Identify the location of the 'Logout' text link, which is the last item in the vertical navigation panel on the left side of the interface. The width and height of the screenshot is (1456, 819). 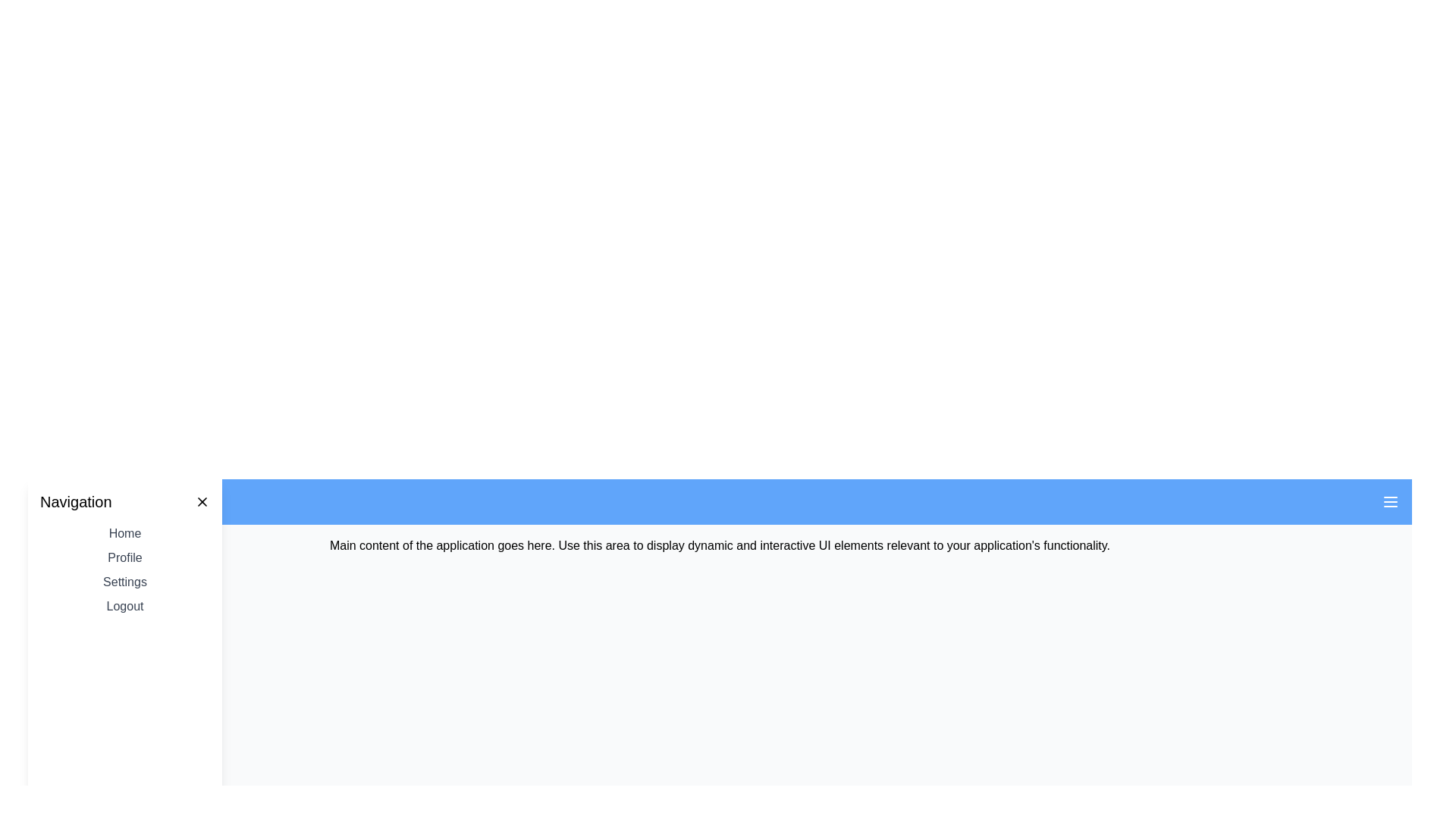
(124, 605).